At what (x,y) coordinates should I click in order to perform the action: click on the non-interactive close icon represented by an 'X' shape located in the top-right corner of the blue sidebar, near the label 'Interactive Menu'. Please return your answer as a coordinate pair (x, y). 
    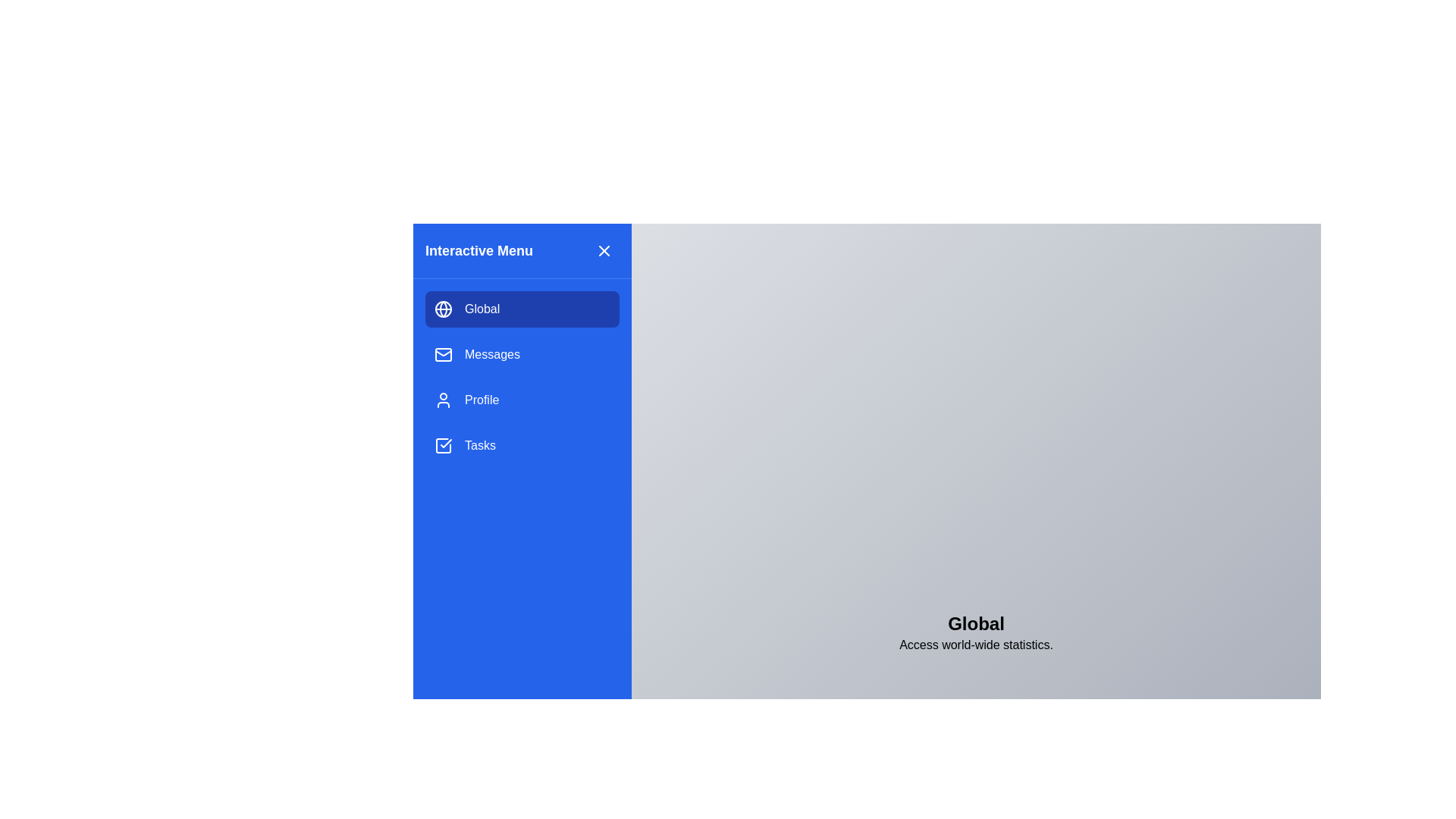
    Looking at the image, I should click on (603, 250).